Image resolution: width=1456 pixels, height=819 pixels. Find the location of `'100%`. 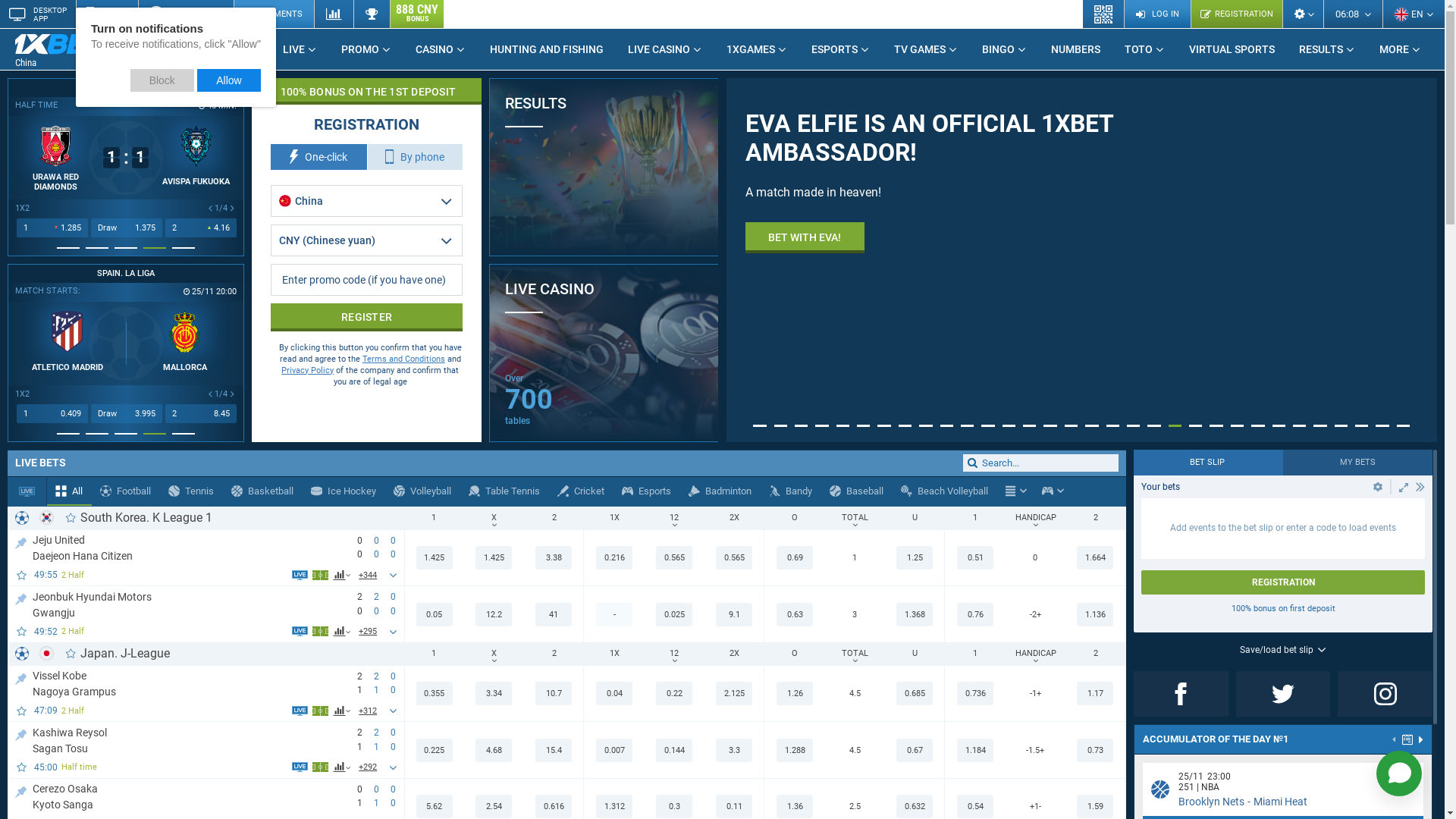

'100% is located at coordinates (366, 91).